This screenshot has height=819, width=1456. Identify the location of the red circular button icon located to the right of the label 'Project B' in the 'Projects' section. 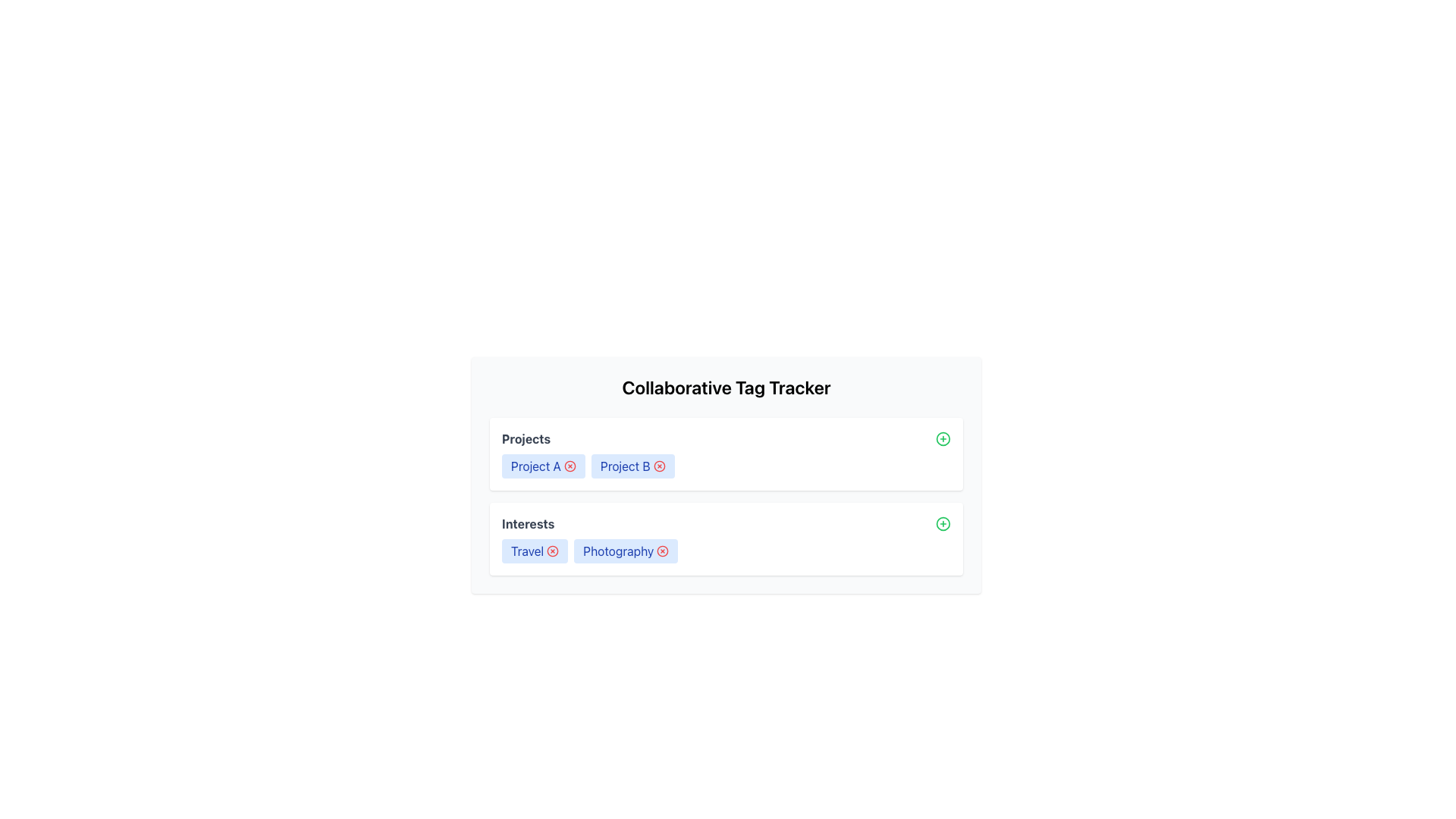
(659, 465).